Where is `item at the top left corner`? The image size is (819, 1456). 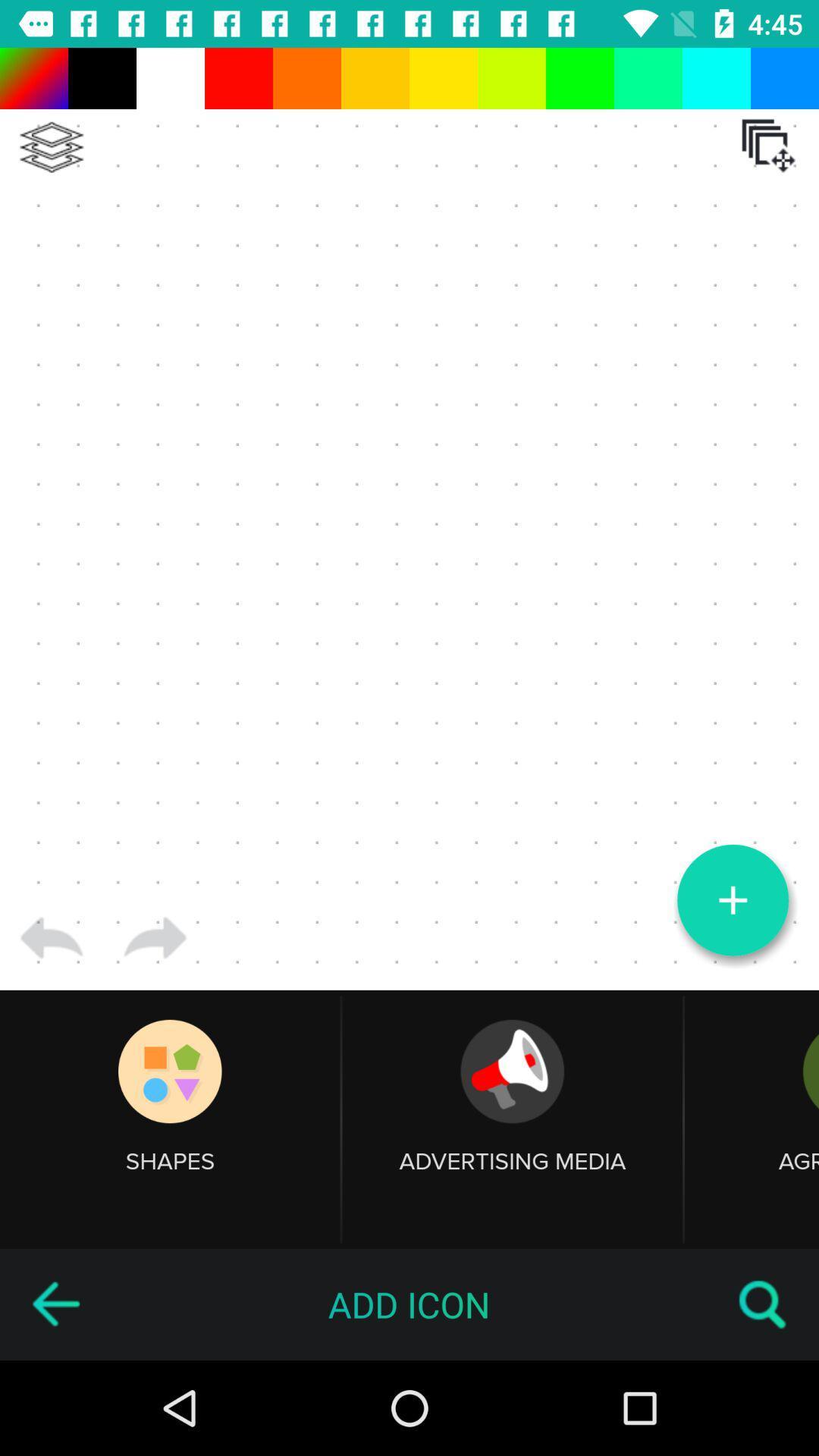 item at the top left corner is located at coordinates (51, 147).